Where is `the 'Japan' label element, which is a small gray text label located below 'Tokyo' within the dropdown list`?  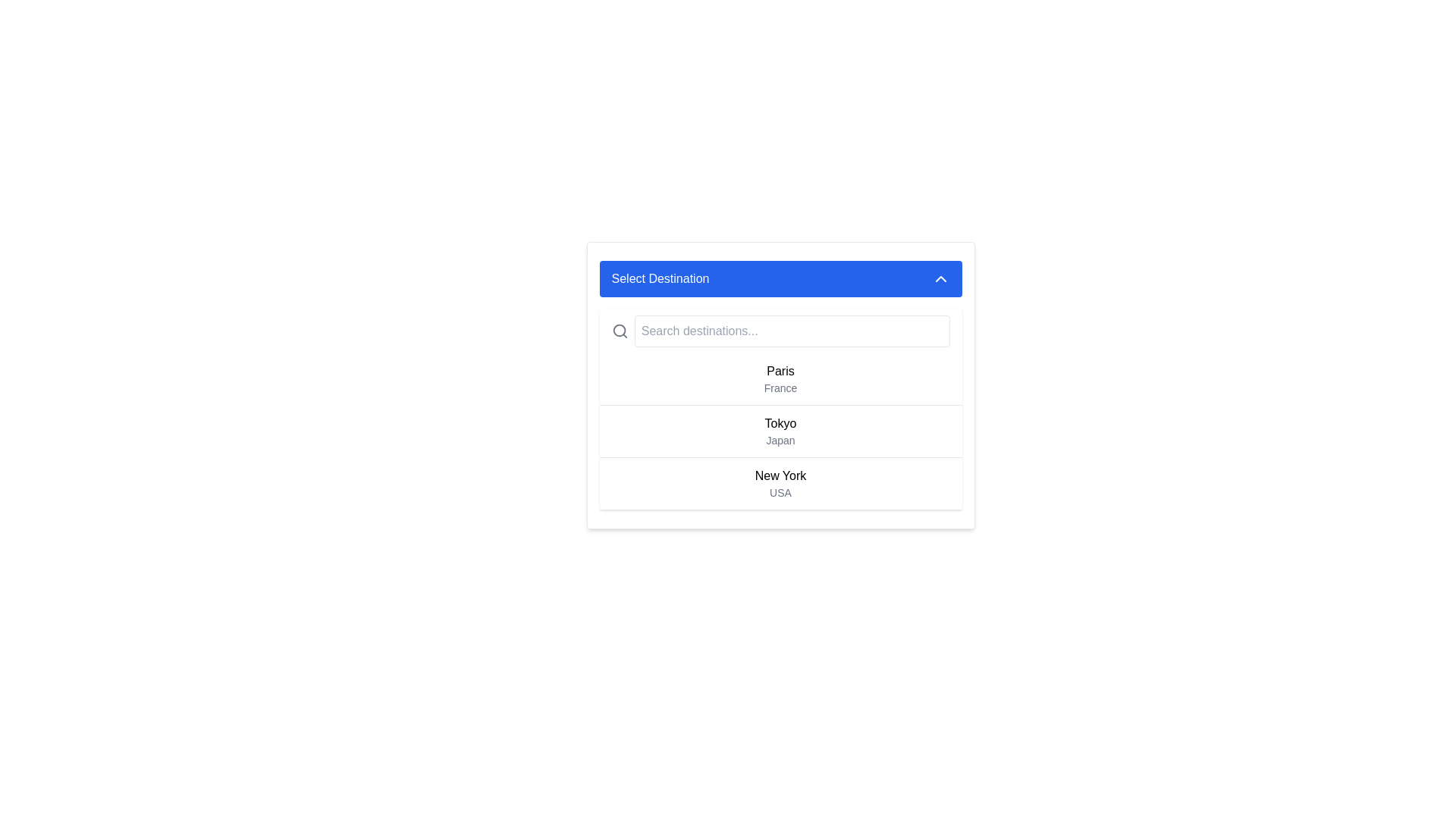 the 'Japan' label element, which is a small gray text label located below 'Tokyo' within the dropdown list is located at coordinates (780, 441).